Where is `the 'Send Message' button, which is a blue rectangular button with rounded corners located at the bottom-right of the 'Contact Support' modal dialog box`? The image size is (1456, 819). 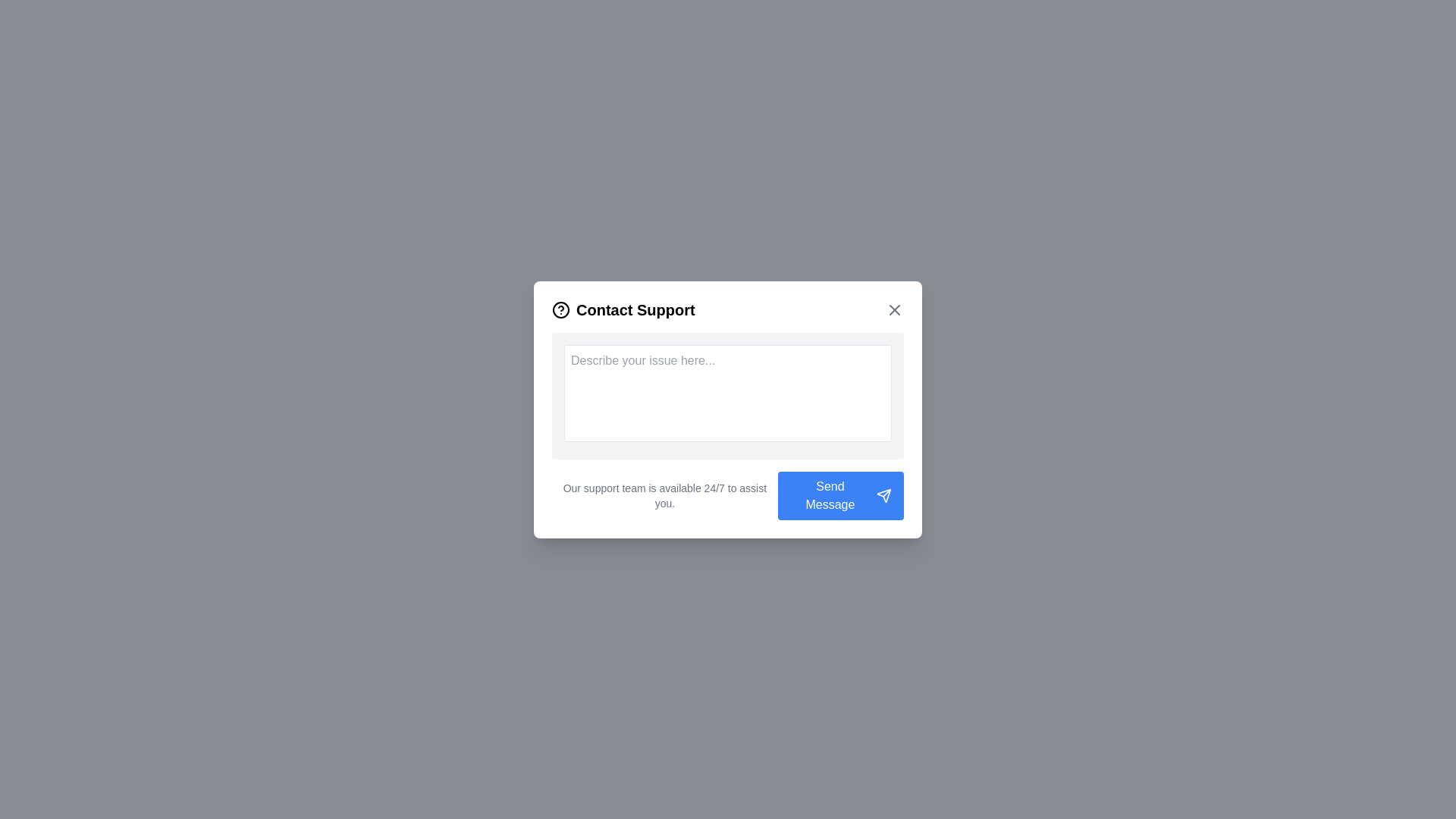 the 'Send Message' button, which is a blue rectangular button with rounded corners located at the bottom-right of the 'Contact Support' modal dialog box is located at coordinates (839, 495).